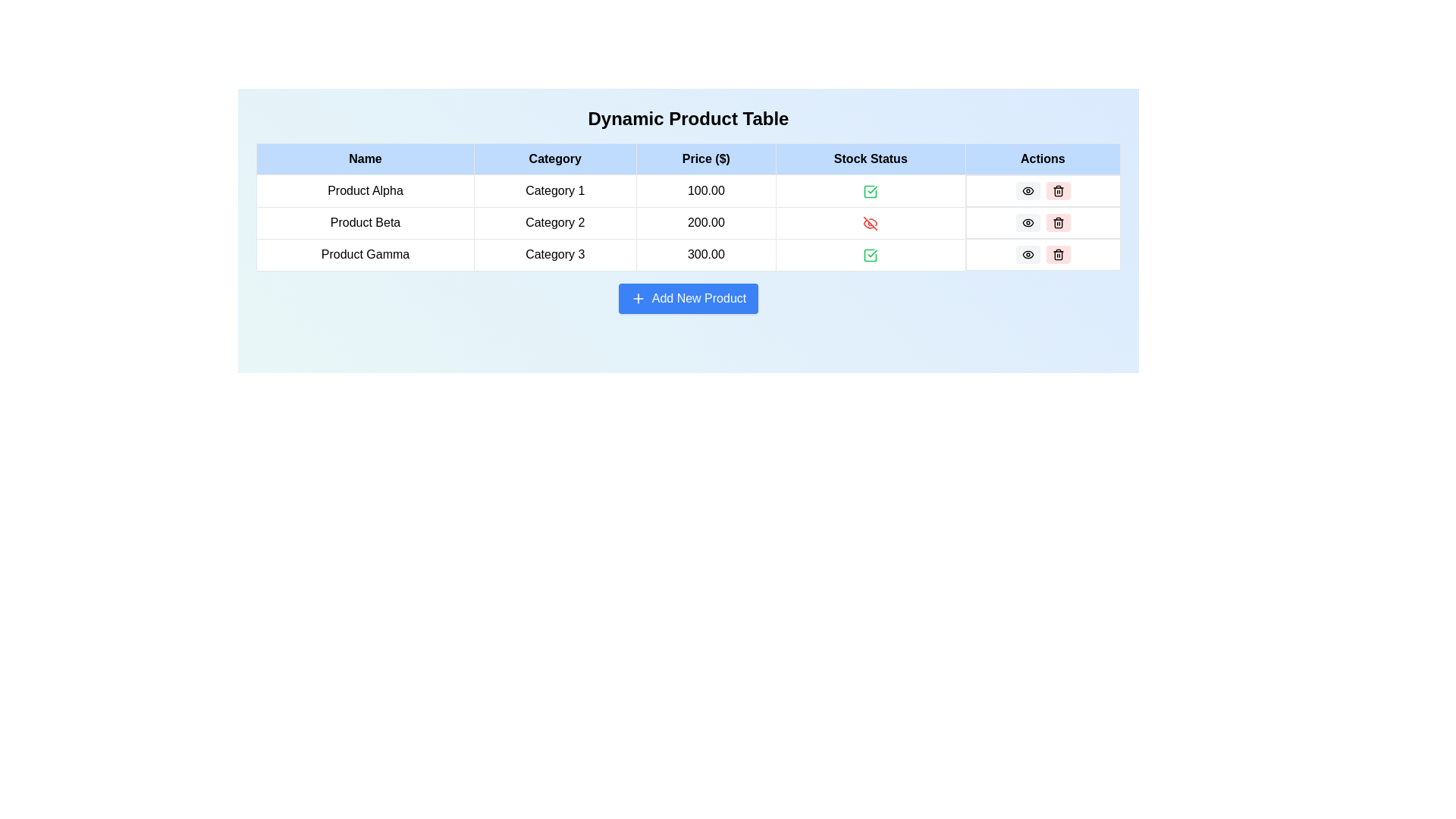 This screenshot has width=1456, height=819. What do you see at coordinates (1057, 190) in the screenshot?
I see `the delete button located on the right side of the actions column in the second row of the dynamic product table` at bounding box center [1057, 190].